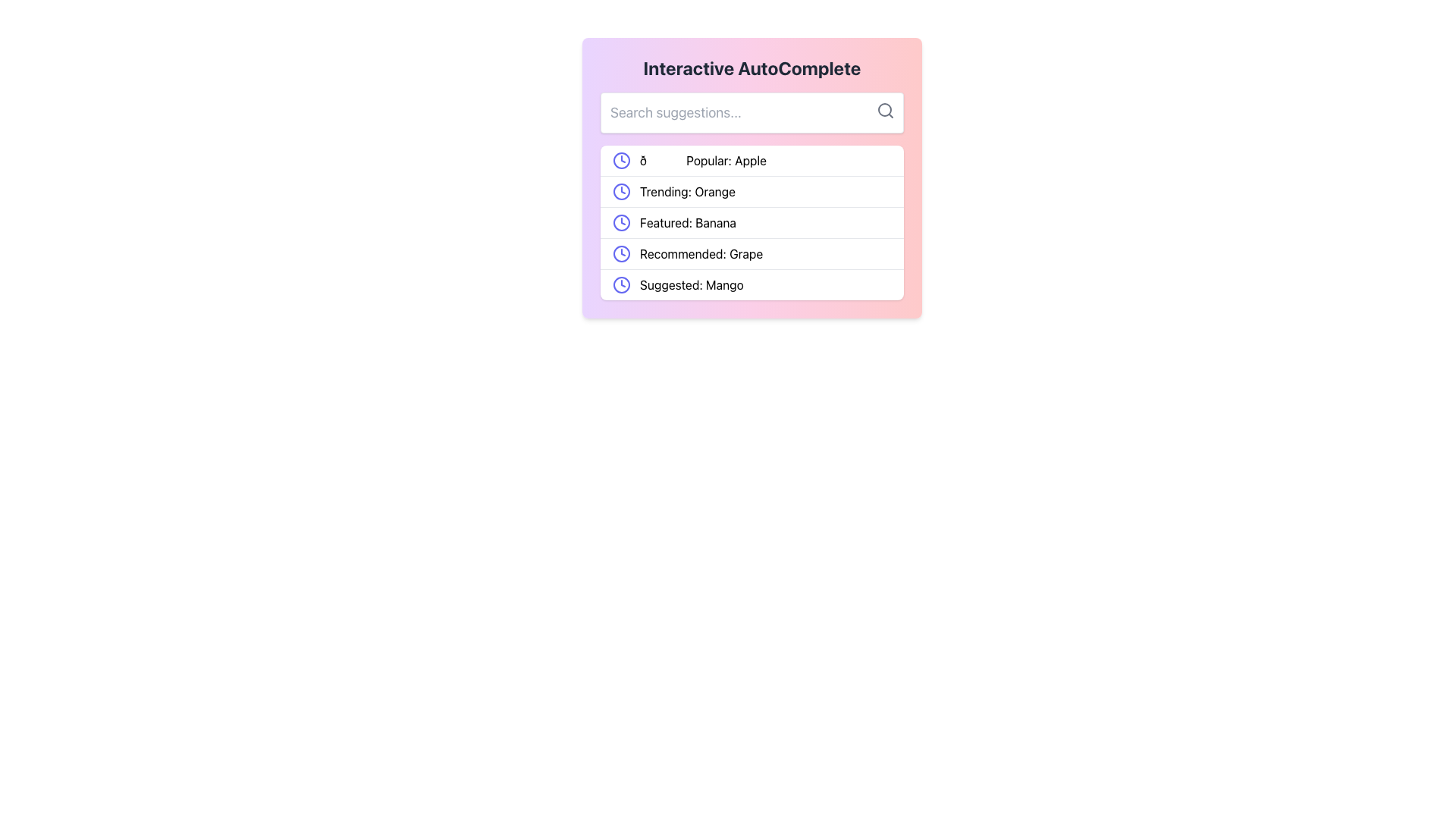 Image resolution: width=1456 pixels, height=819 pixels. What do you see at coordinates (884, 109) in the screenshot?
I see `the central circular part of the magnifying glass icon, which represents the search functionality, located at the top-right corner of the search input box` at bounding box center [884, 109].